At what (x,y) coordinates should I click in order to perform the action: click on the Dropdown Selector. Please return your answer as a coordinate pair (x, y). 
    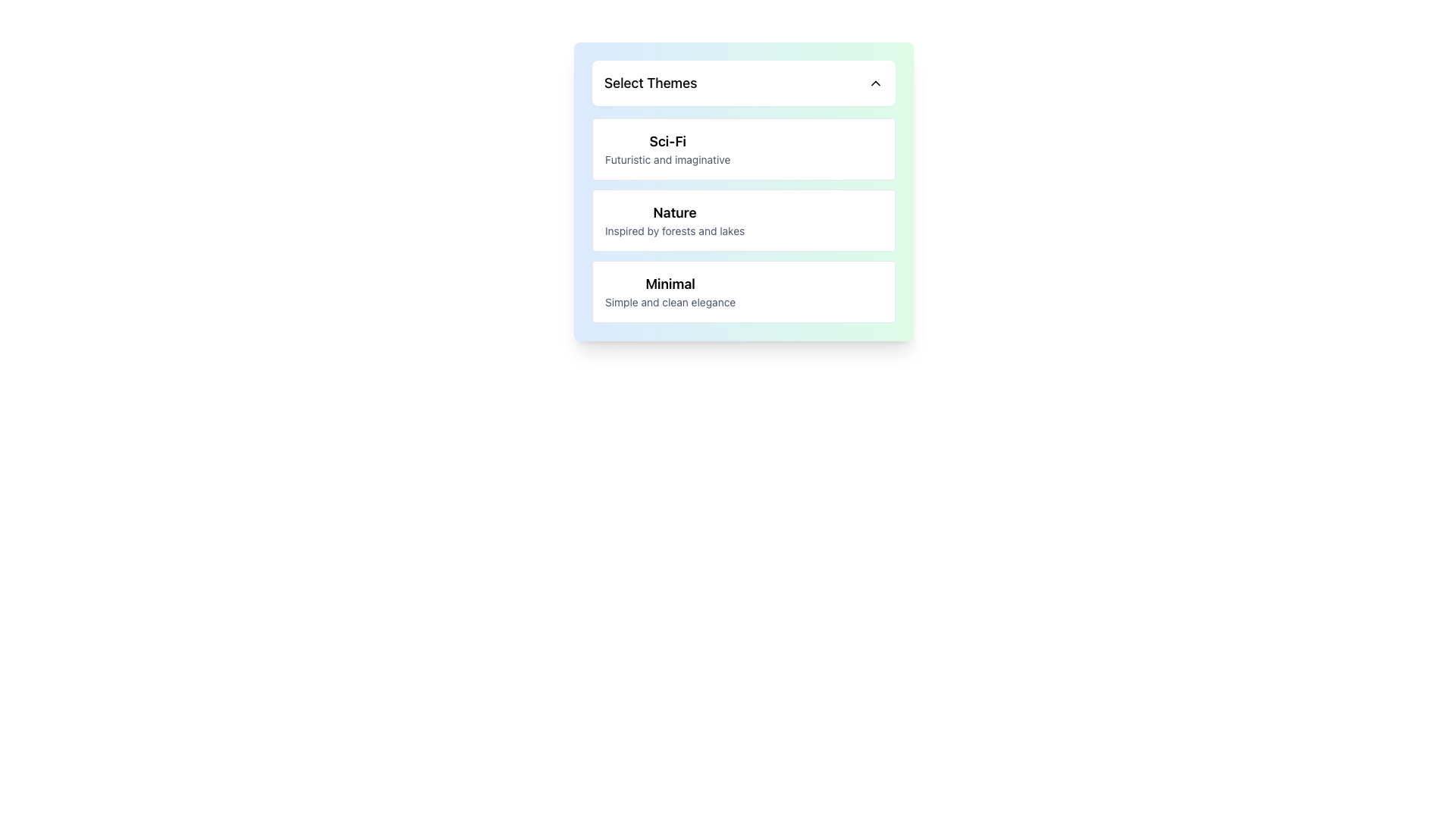
    Looking at the image, I should click on (743, 83).